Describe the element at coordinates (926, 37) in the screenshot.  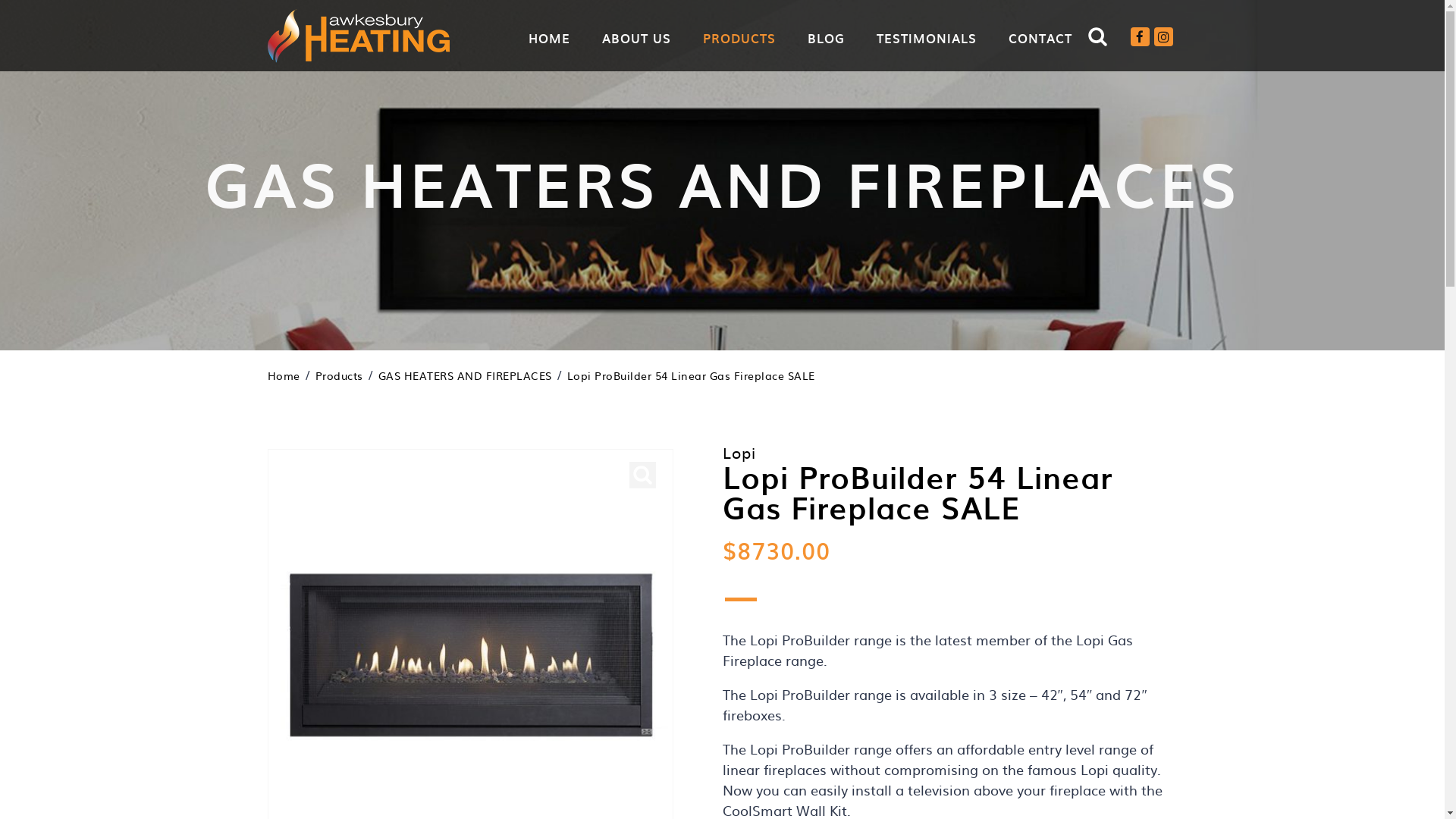
I see `'TESTIMONIALS'` at that location.